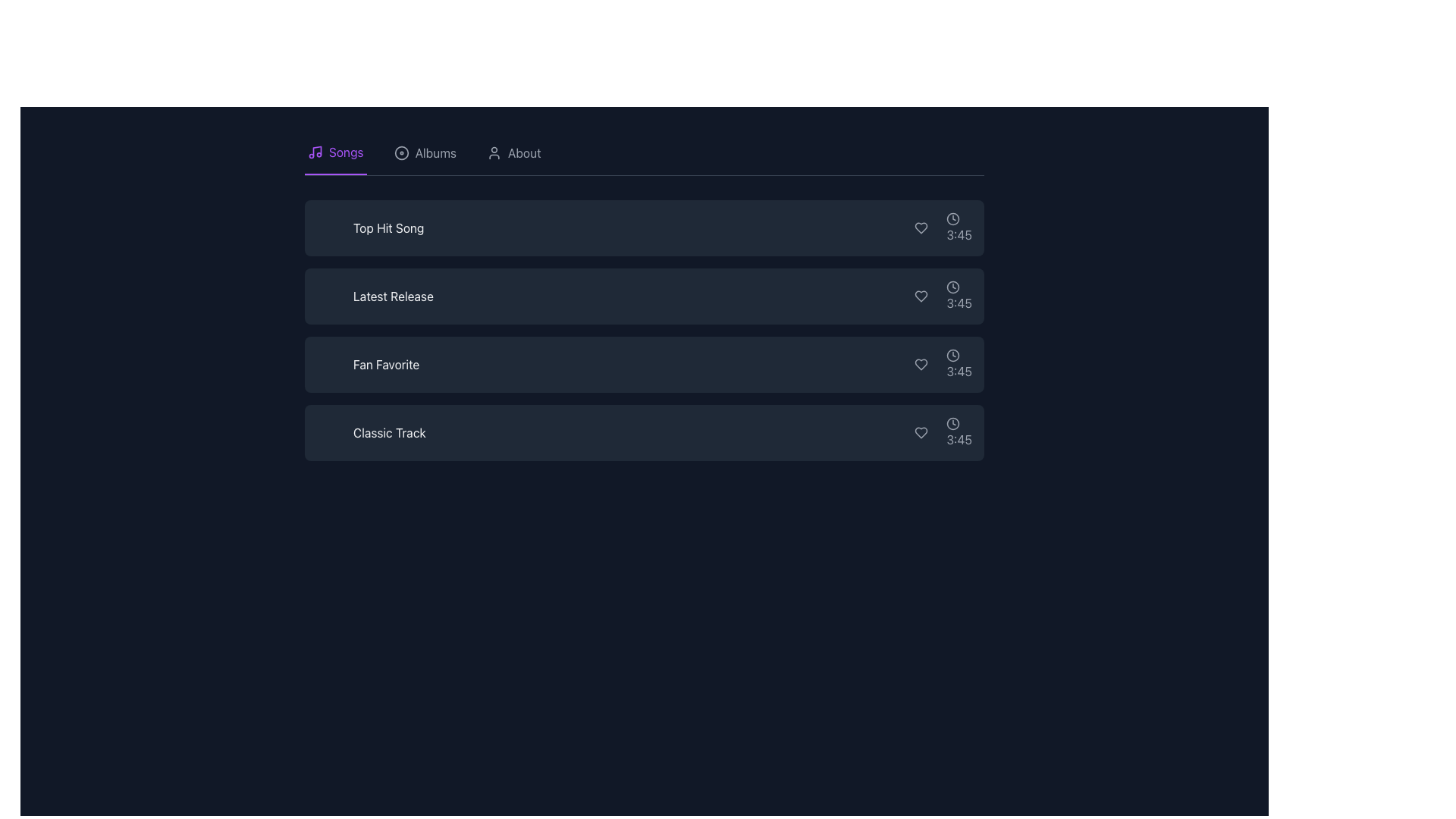 This screenshot has height=819, width=1456. Describe the element at coordinates (943, 365) in the screenshot. I see `the text label displaying the time '3:45' adjacent to the clock icon in the 'Fan Favorite' row` at that location.